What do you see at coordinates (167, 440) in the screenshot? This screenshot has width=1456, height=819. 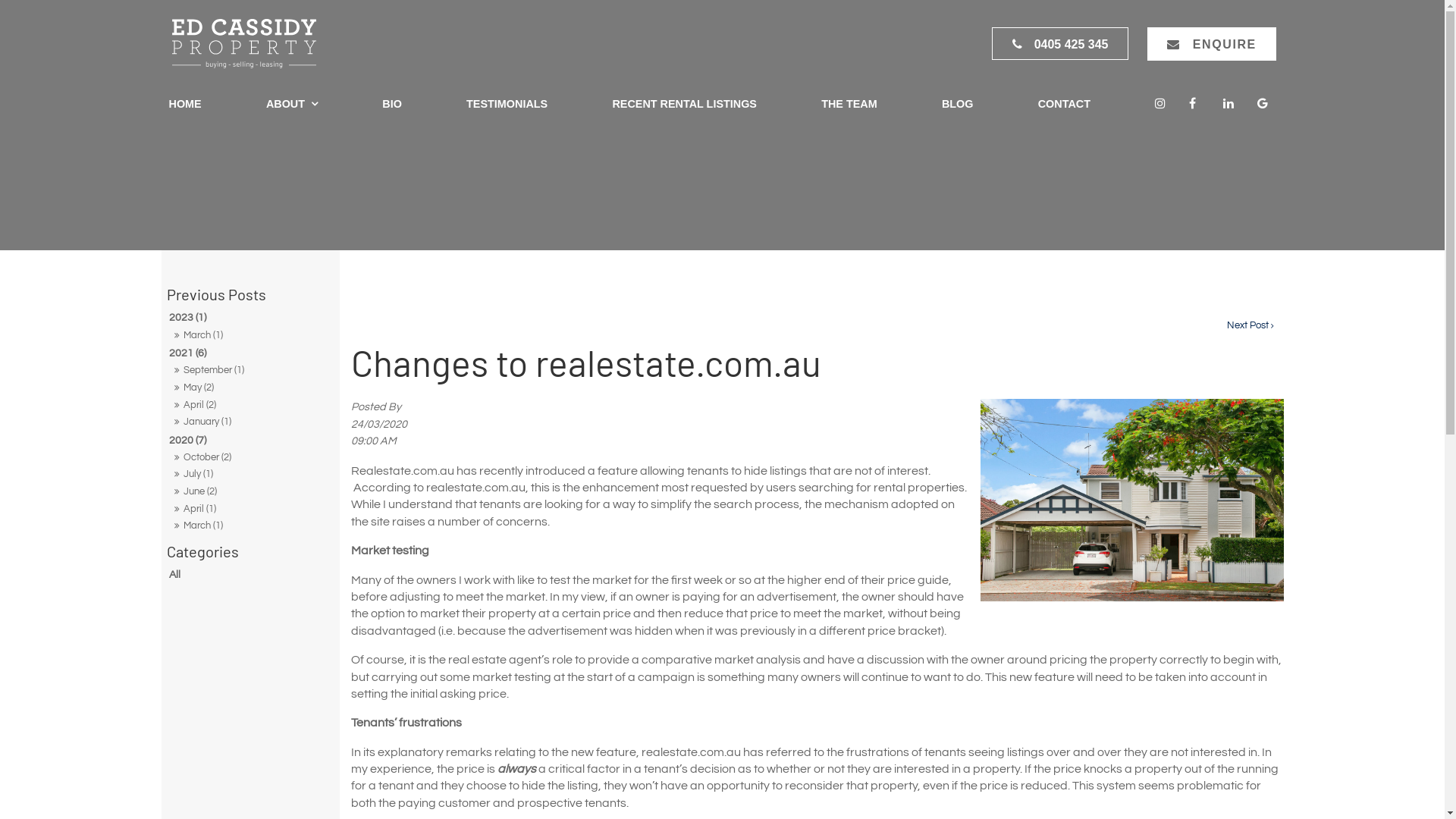 I see `'2020 (7)'` at bounding box center [167, 440].